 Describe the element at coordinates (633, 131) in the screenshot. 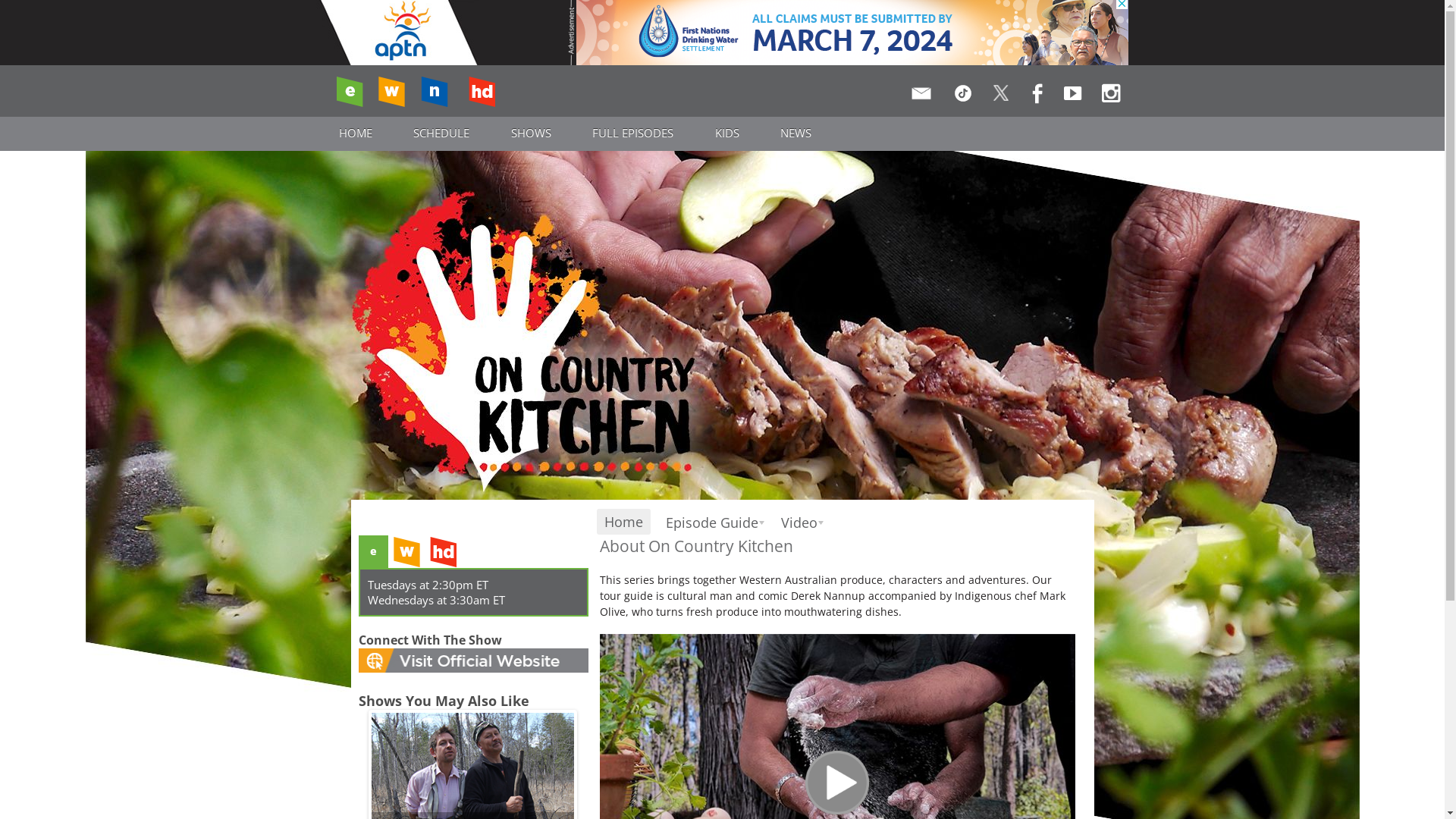

I see `'FULL EPISODES'` at that location.